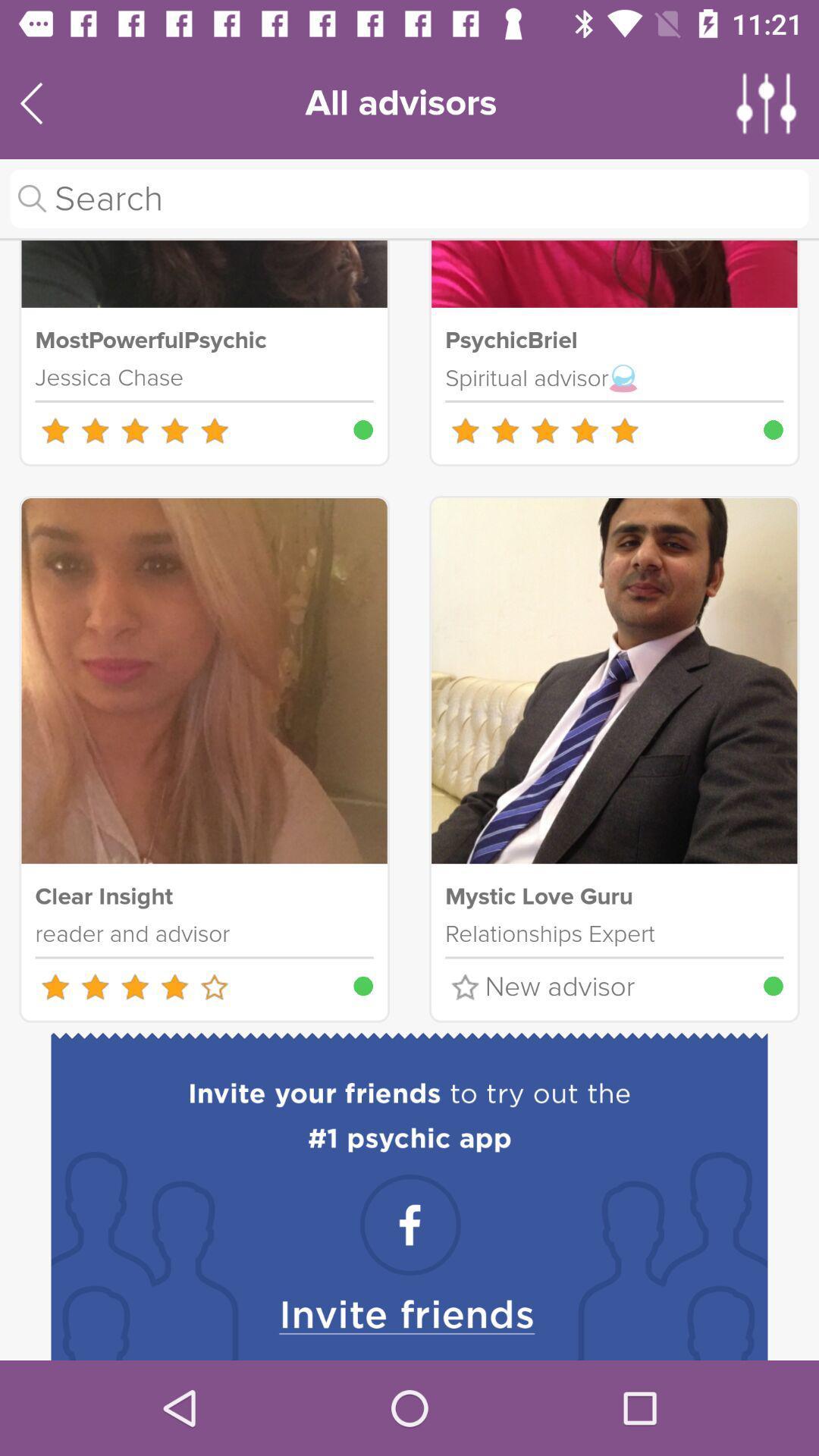 The height and width of the screenshot is (1456, 819). Describe the element at coordinates (767, 102) in the screenshot. I see `app settings` at that location.